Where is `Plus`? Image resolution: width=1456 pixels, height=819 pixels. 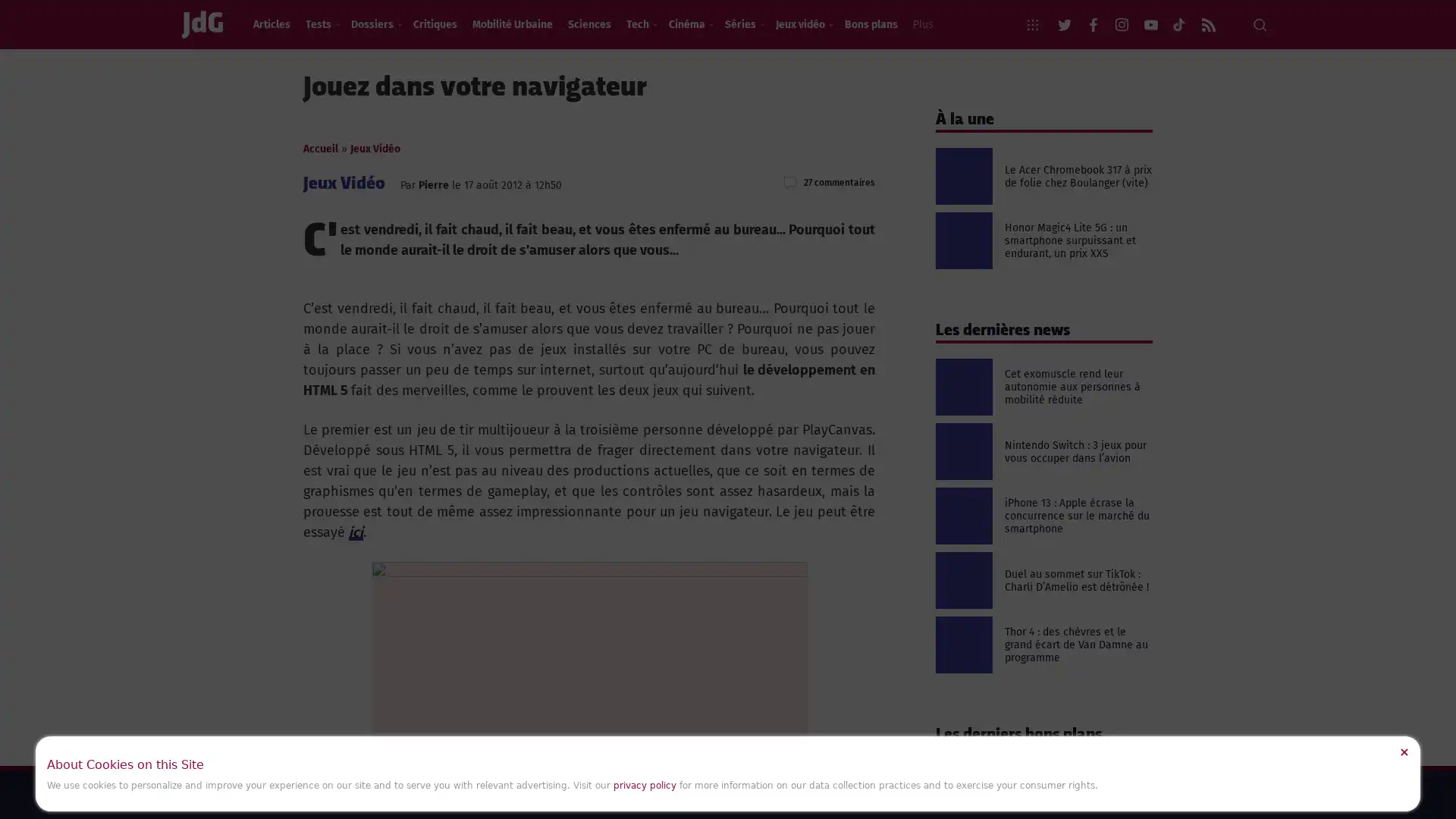 Plus is located at coordinates (922, 24).